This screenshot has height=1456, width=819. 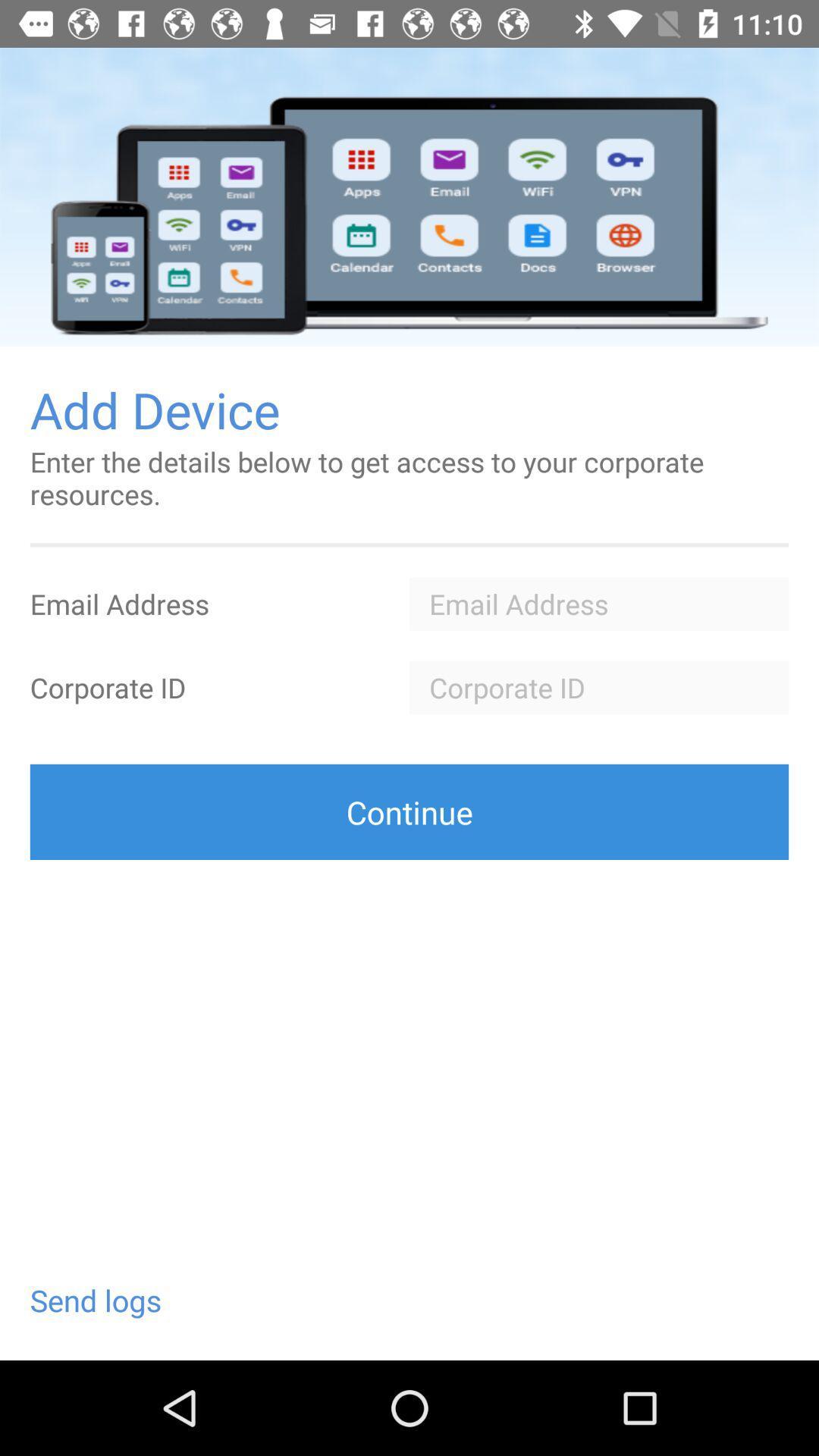 I want to click on the enter the details, so click(x=409, y=477).